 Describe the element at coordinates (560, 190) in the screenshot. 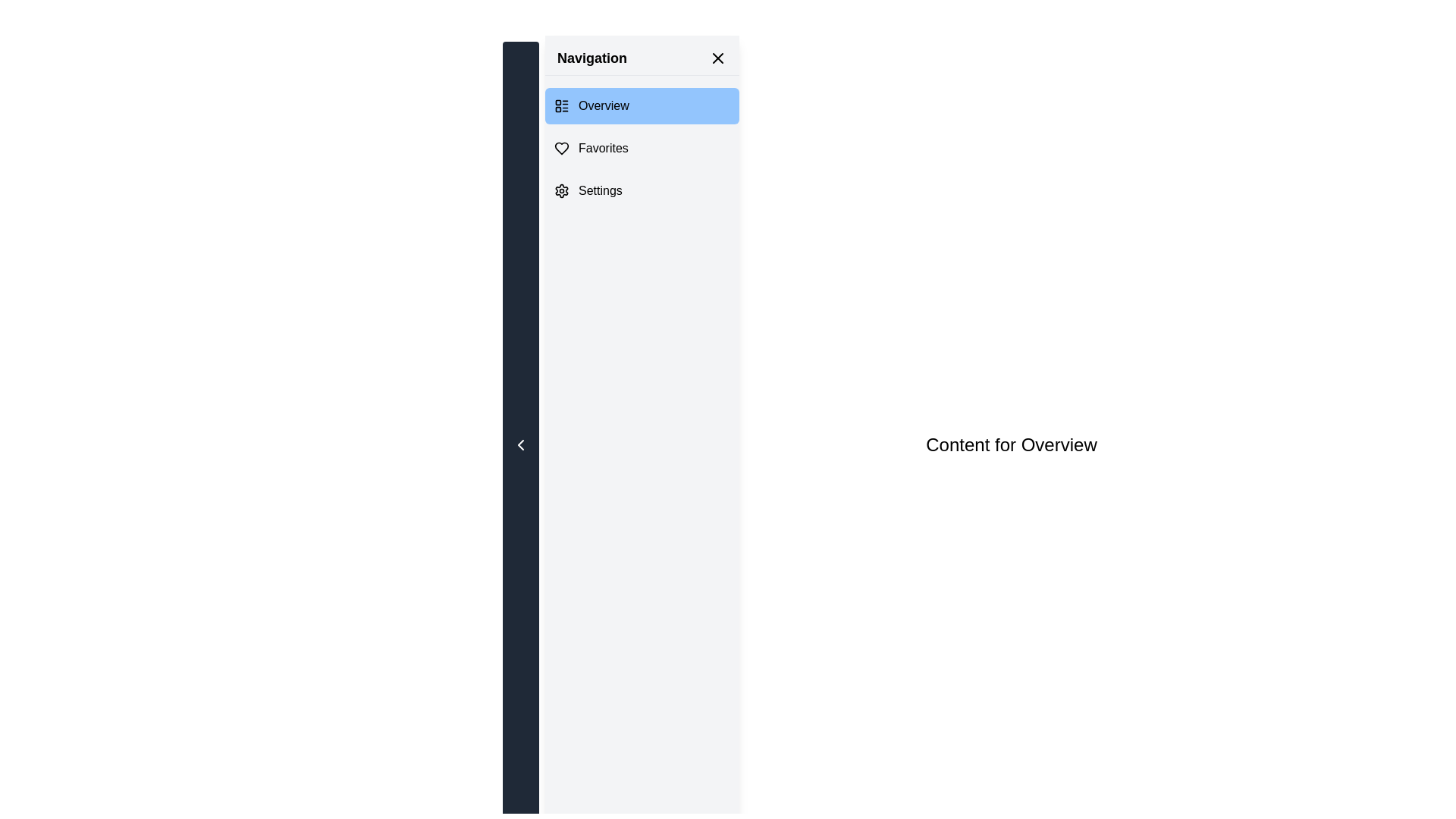

I see `the gear-like icon located in the left navigation panel next to the 'Settings' option` at that location.